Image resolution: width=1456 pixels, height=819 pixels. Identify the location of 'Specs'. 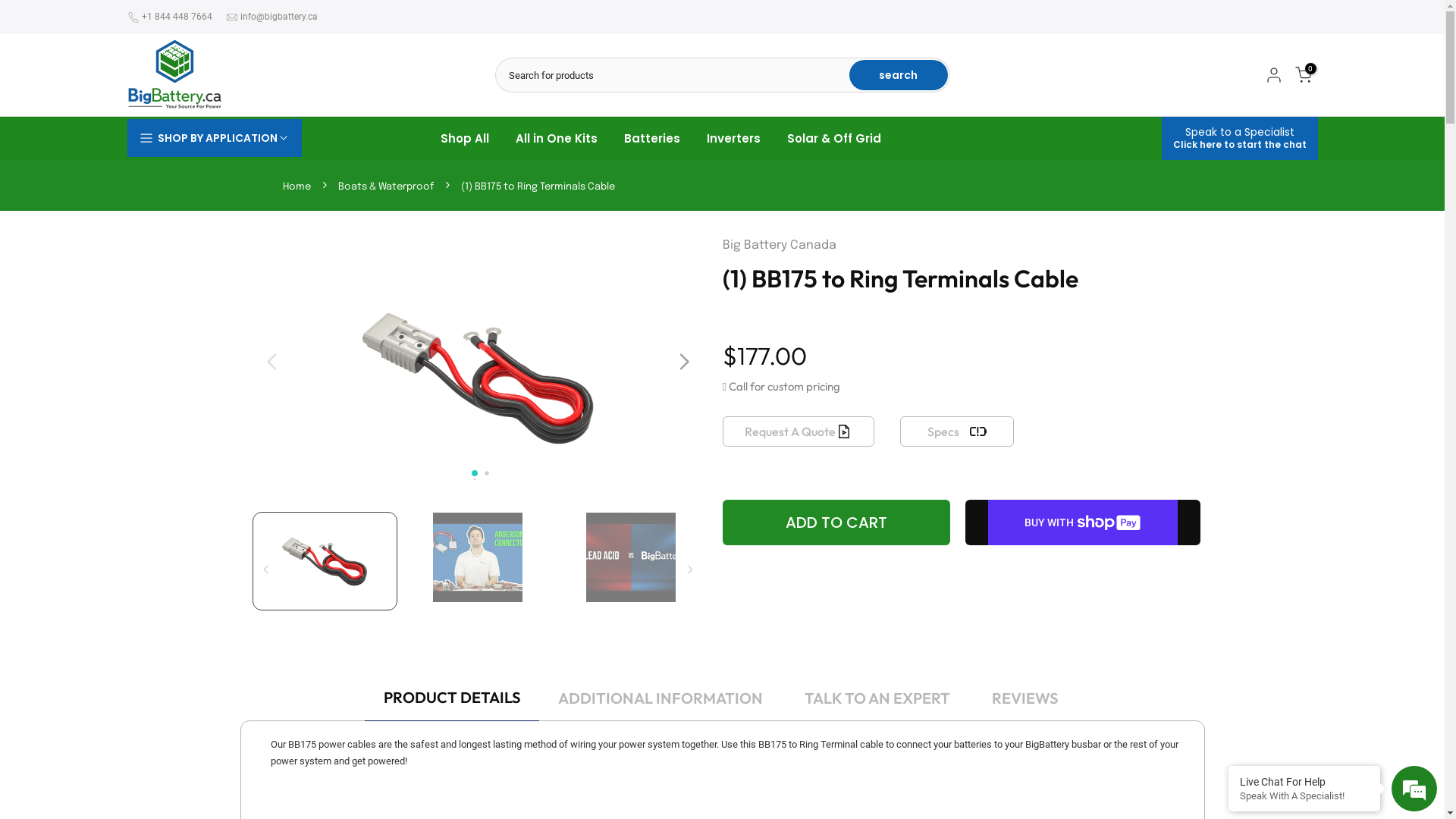
(899, 431).